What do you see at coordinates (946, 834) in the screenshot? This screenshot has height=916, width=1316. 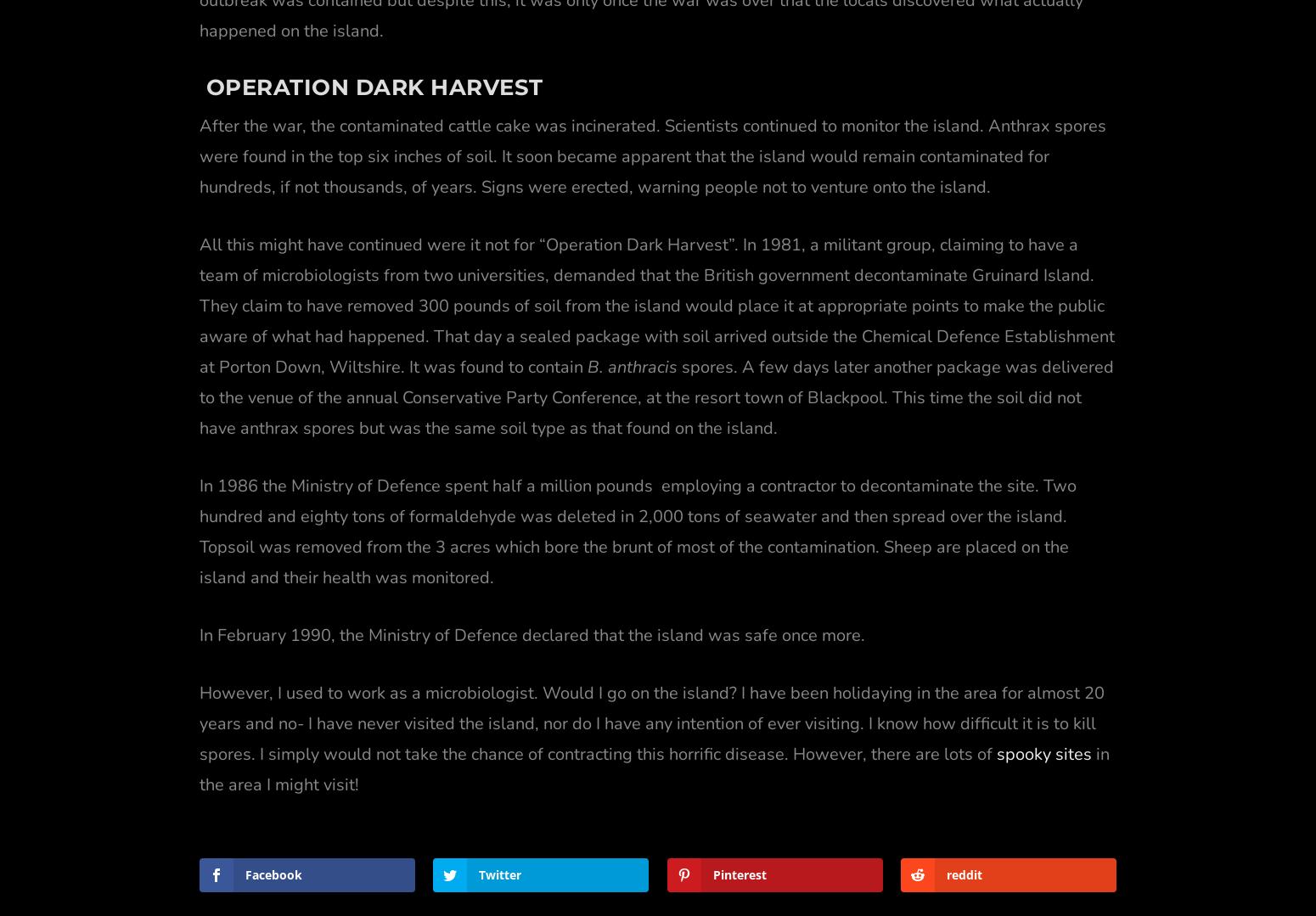 I see `'reddit'` at bounding box center [946, 834].